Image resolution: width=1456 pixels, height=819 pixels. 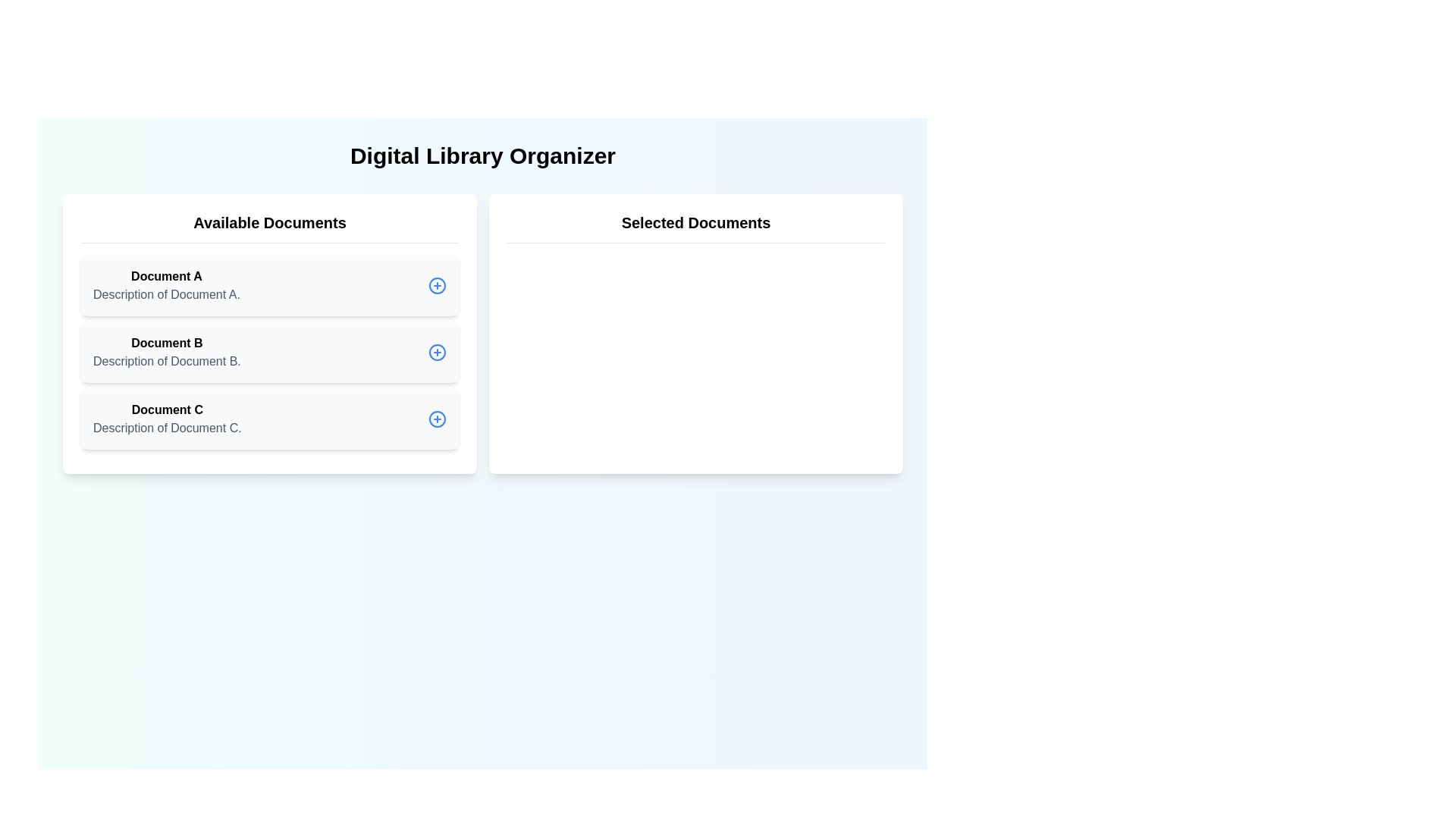 I want to click on the circular button at the end of the row for 'Document A' in the 'Available Documents' list, so click(x=436, y=286).